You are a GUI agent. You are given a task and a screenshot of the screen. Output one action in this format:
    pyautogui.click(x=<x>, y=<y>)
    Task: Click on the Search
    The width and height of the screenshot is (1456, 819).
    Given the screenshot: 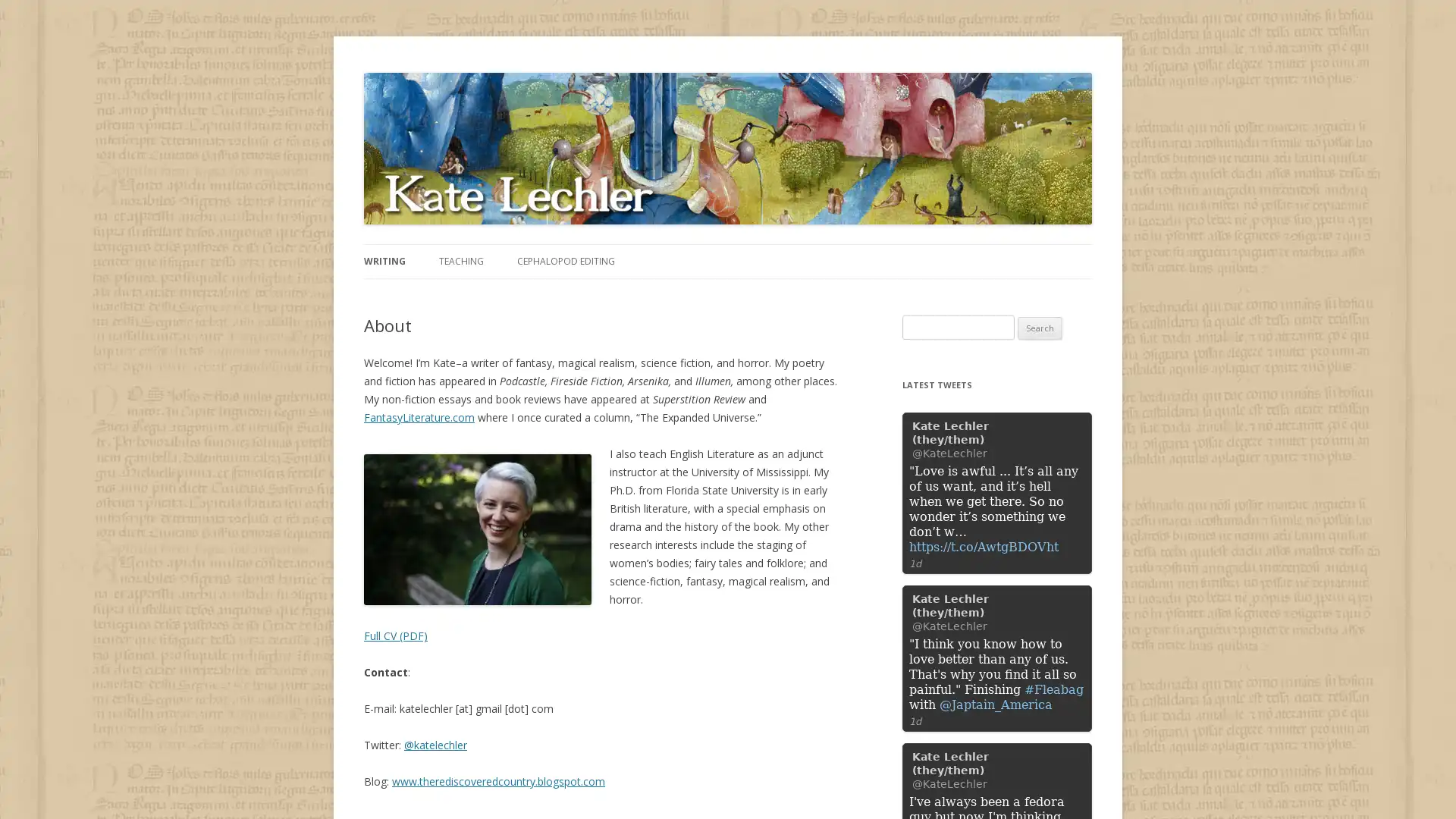 What is the action you would take?
    pyautogui.click(x=1039, y=327)
    